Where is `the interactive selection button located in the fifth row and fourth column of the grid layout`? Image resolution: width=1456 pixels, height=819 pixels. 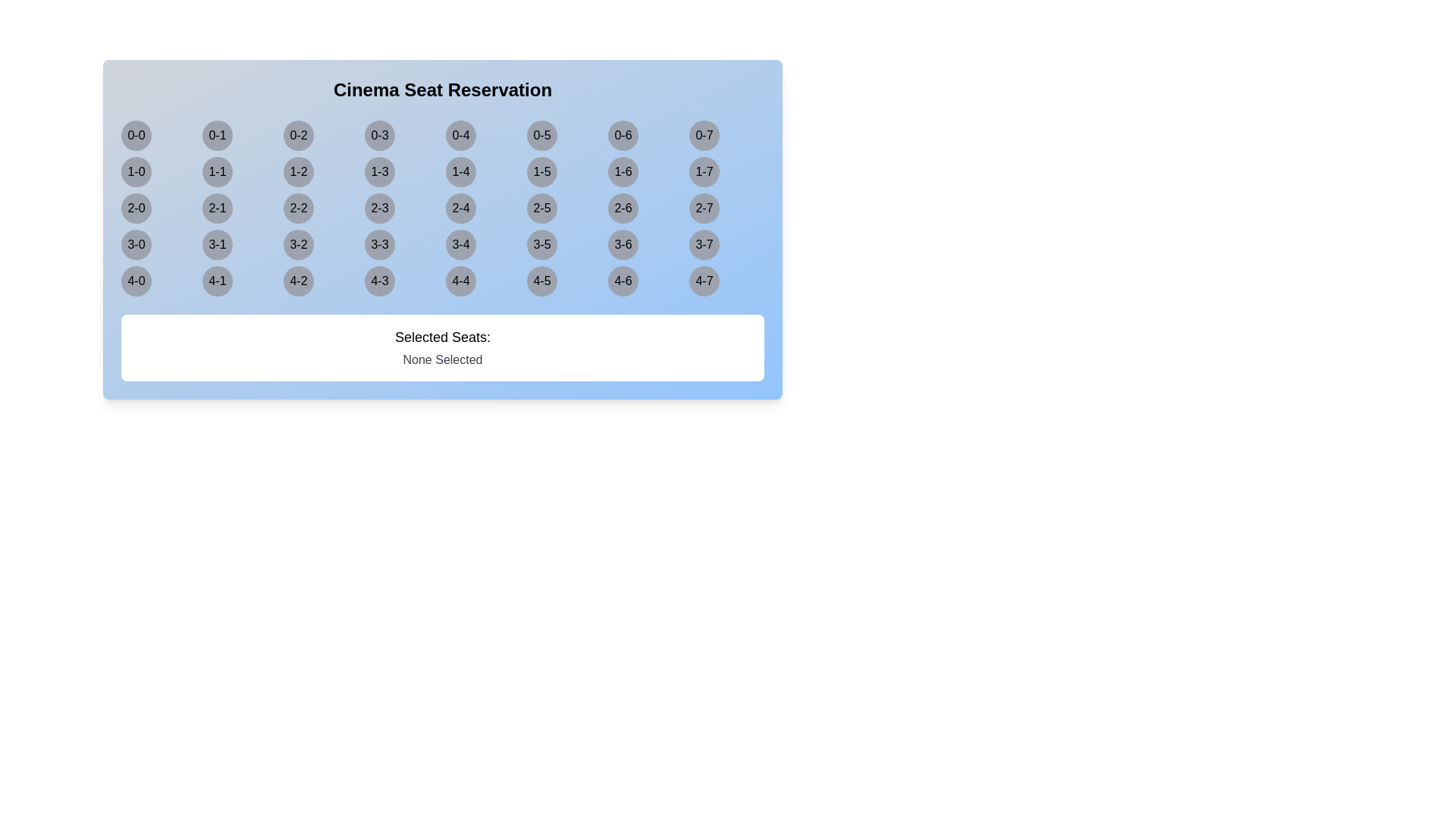 the interactive selection button located in the fifth row and fourth column of the grid layout is located at coordinates (379, 281).